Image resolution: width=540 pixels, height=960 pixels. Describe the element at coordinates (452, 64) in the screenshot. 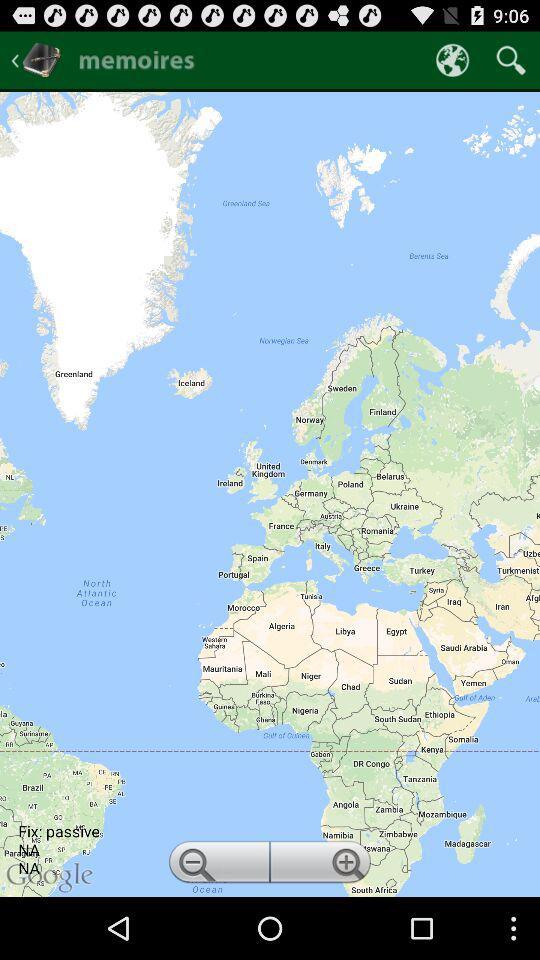

I see `the globe icon` at that location.